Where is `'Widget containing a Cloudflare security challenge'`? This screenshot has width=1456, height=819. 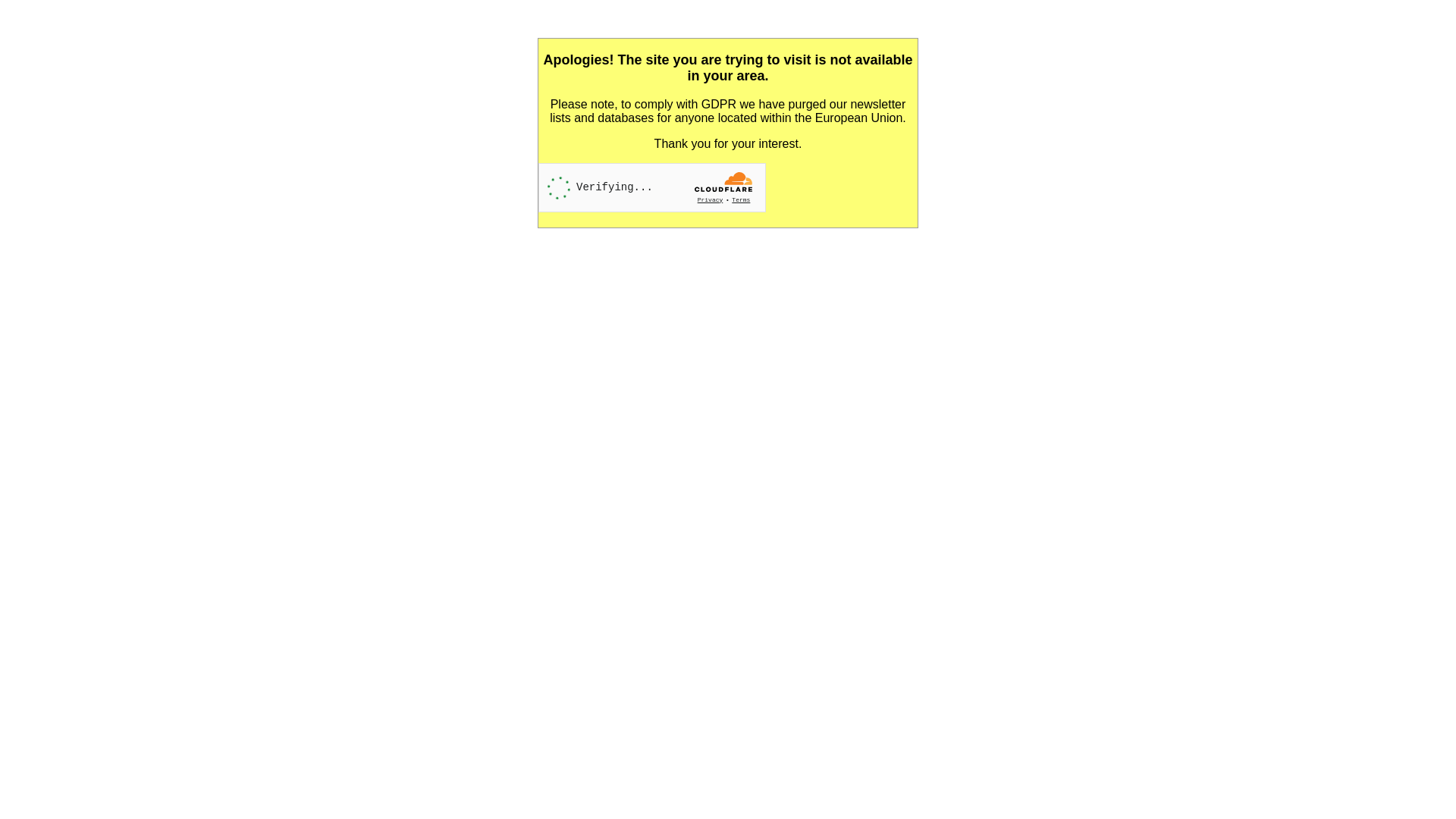 'Widget containing a Cloudflare security challenge' is located at coordinates (651, 187).